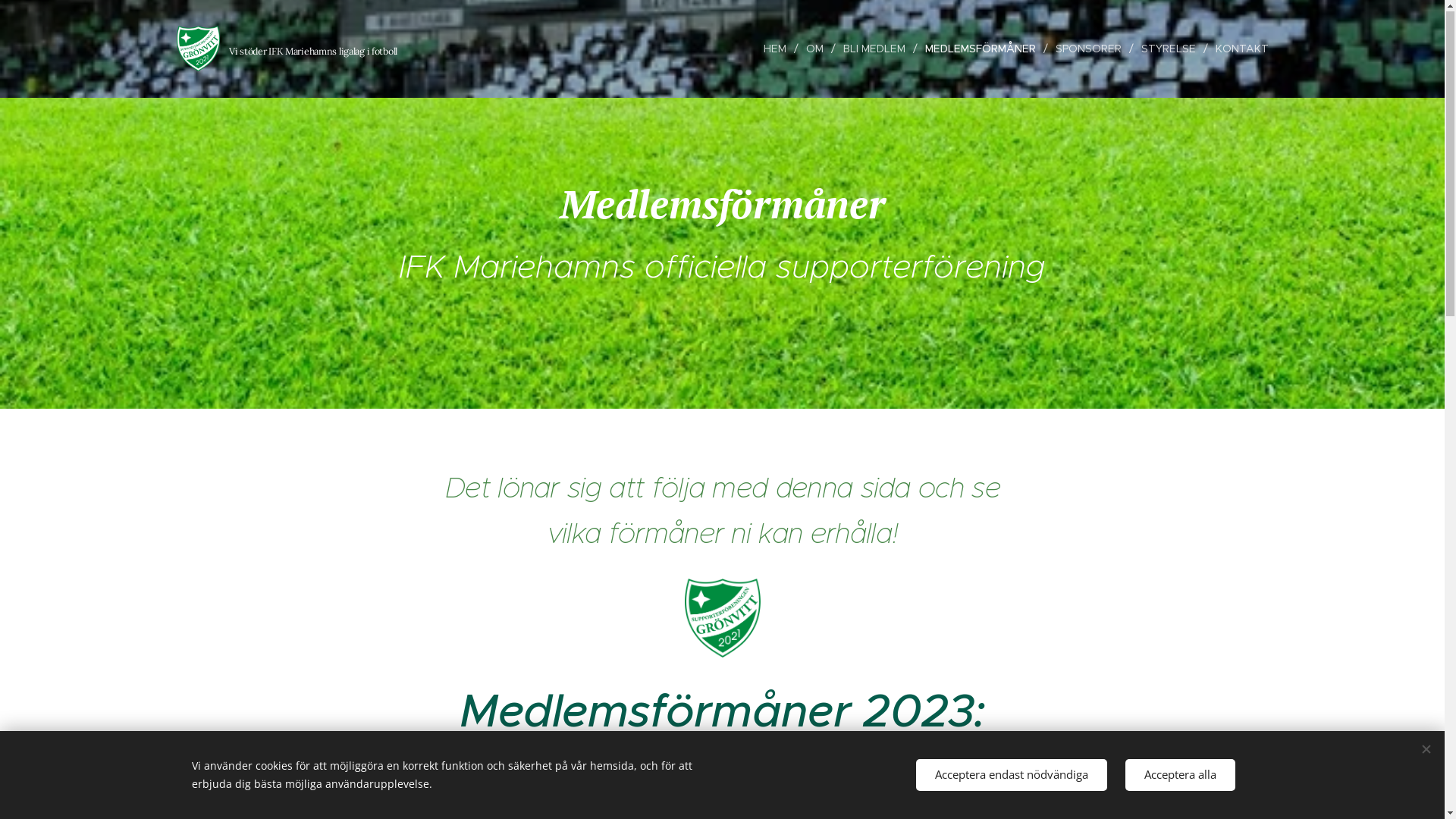  Describe the element at coordinates (1238, 49) in the screenshot. I see `'KONTAKT'` at that location.